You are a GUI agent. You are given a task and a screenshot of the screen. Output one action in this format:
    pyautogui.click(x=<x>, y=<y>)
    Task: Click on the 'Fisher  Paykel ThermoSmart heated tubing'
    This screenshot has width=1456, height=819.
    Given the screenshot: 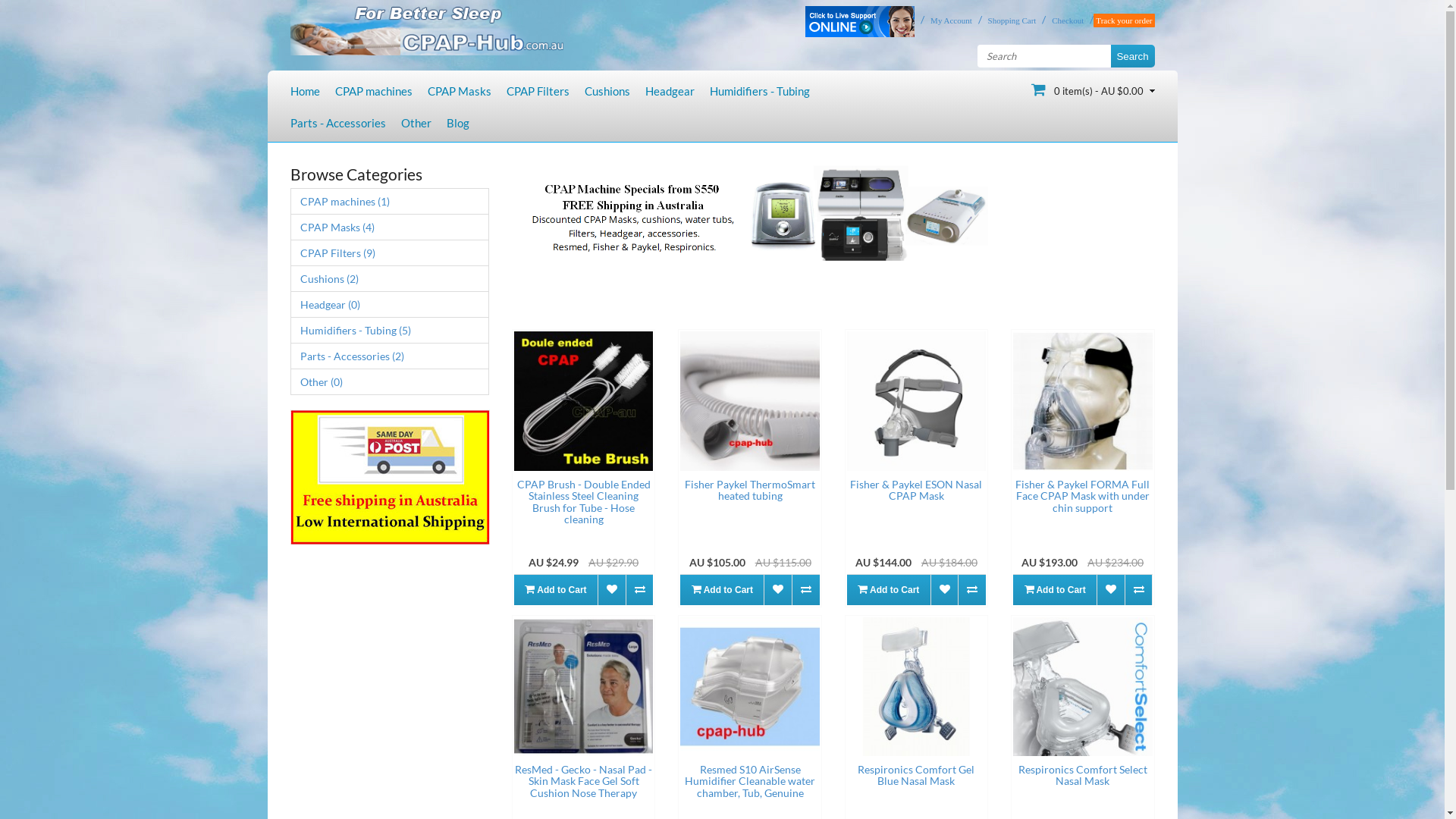 What is the action you would take?
    pyautogui.click(x=749, y=400)
    